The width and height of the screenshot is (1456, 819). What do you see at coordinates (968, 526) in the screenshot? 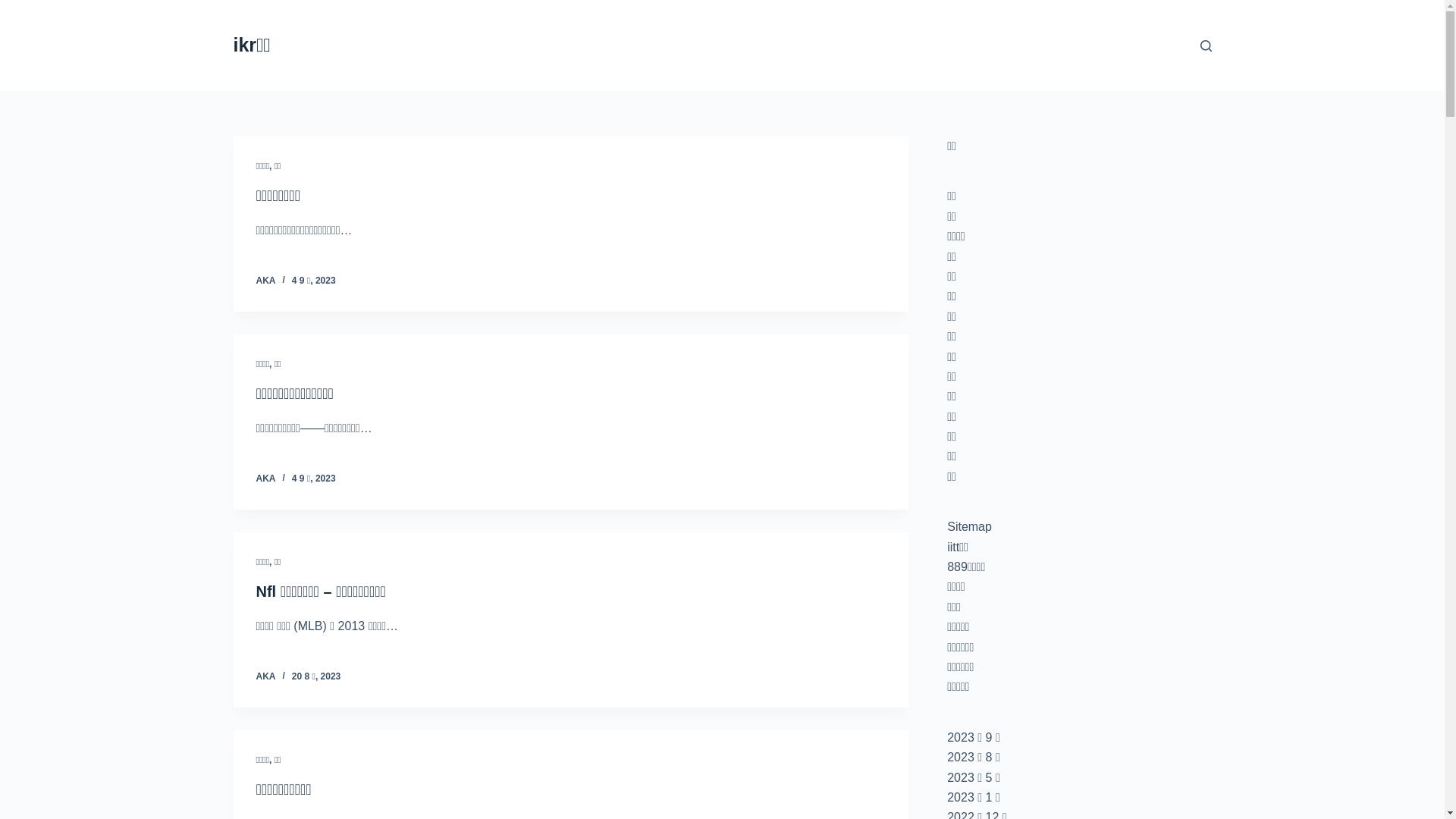
I see `'Sitemap'` at bounding box center [968, 526].